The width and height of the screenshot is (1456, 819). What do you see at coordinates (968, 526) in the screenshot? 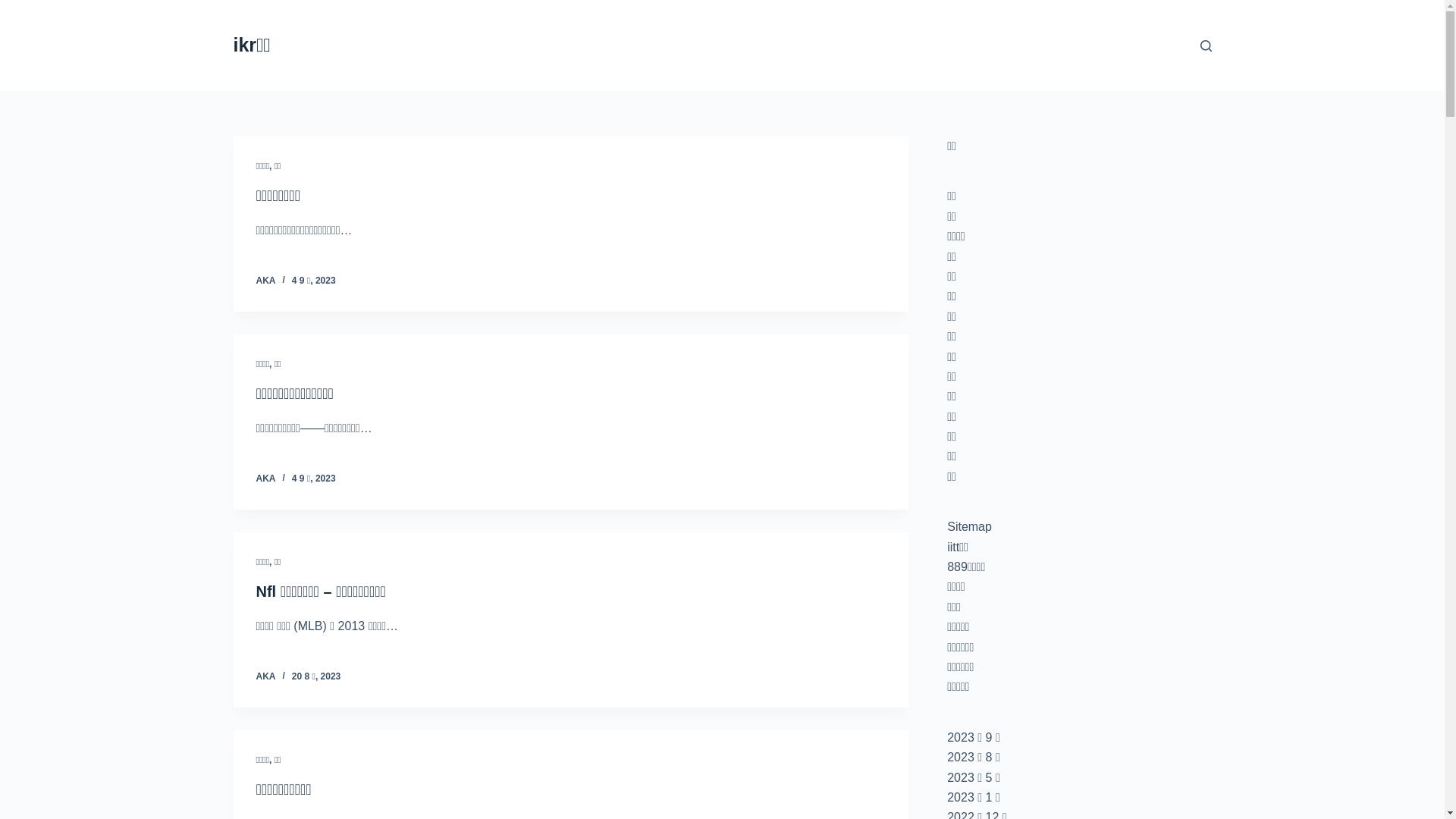
I see `'Sitemap'` at bounding box center [968, 526].